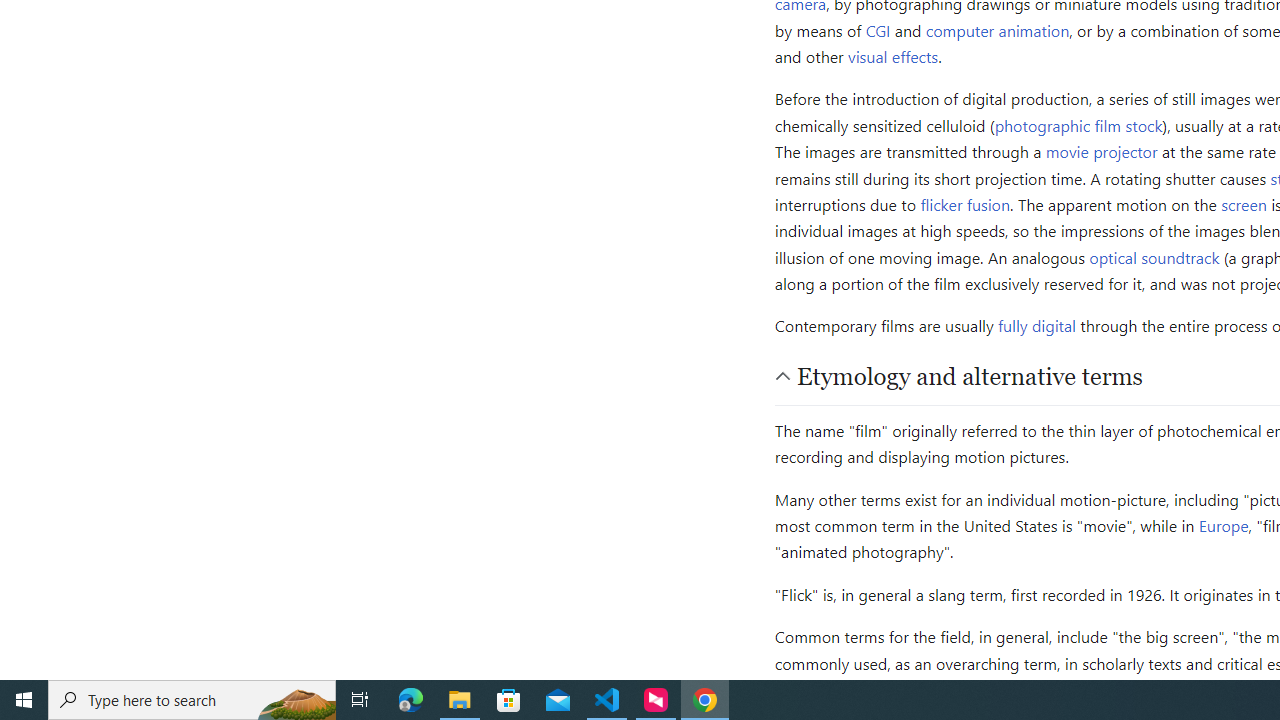 The height and width of the screenshot is (720, 1280). What do you see at coordinates (1154, 256) in the screenshot?
I see `'optical soundtrack'` at bounding box center [1154, 256].